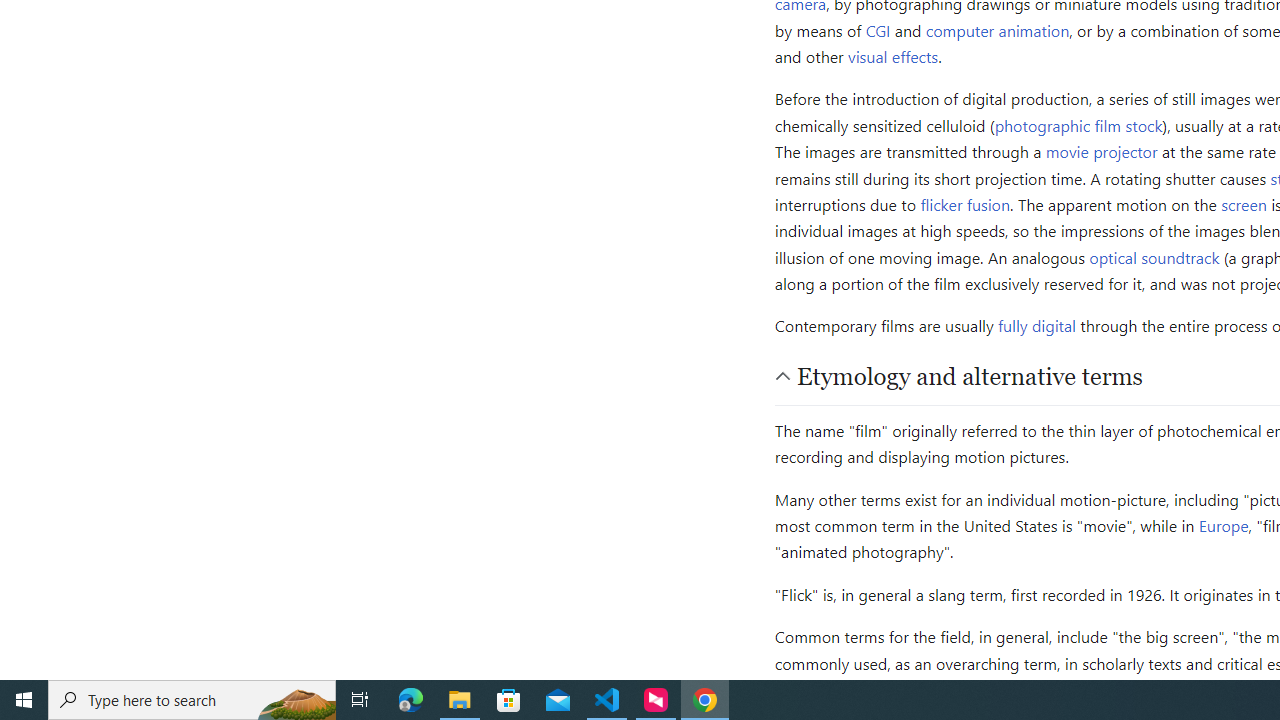 The height and width of the screenshot is (720, 1280). What do you see at coordinates (1154, 256) in the screenshot?
I see `'optical soundtrack'` at bounding box center [1154, 256].